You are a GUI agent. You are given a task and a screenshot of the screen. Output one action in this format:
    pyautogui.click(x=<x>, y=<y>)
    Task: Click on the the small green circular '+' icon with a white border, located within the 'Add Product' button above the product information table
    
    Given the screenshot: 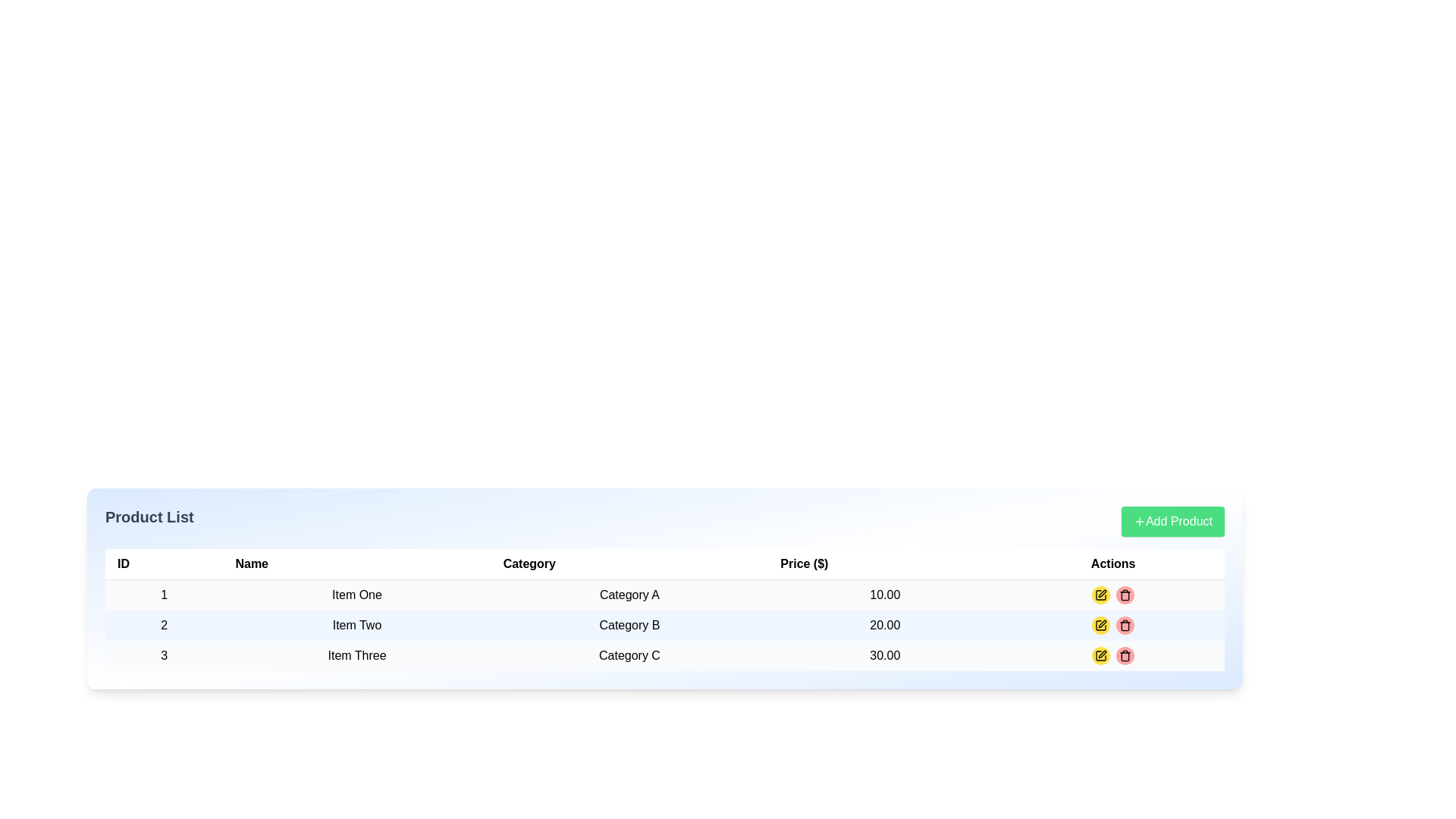 What is the action you would take?
    pyautogui.click(x=1139, y=520)
    